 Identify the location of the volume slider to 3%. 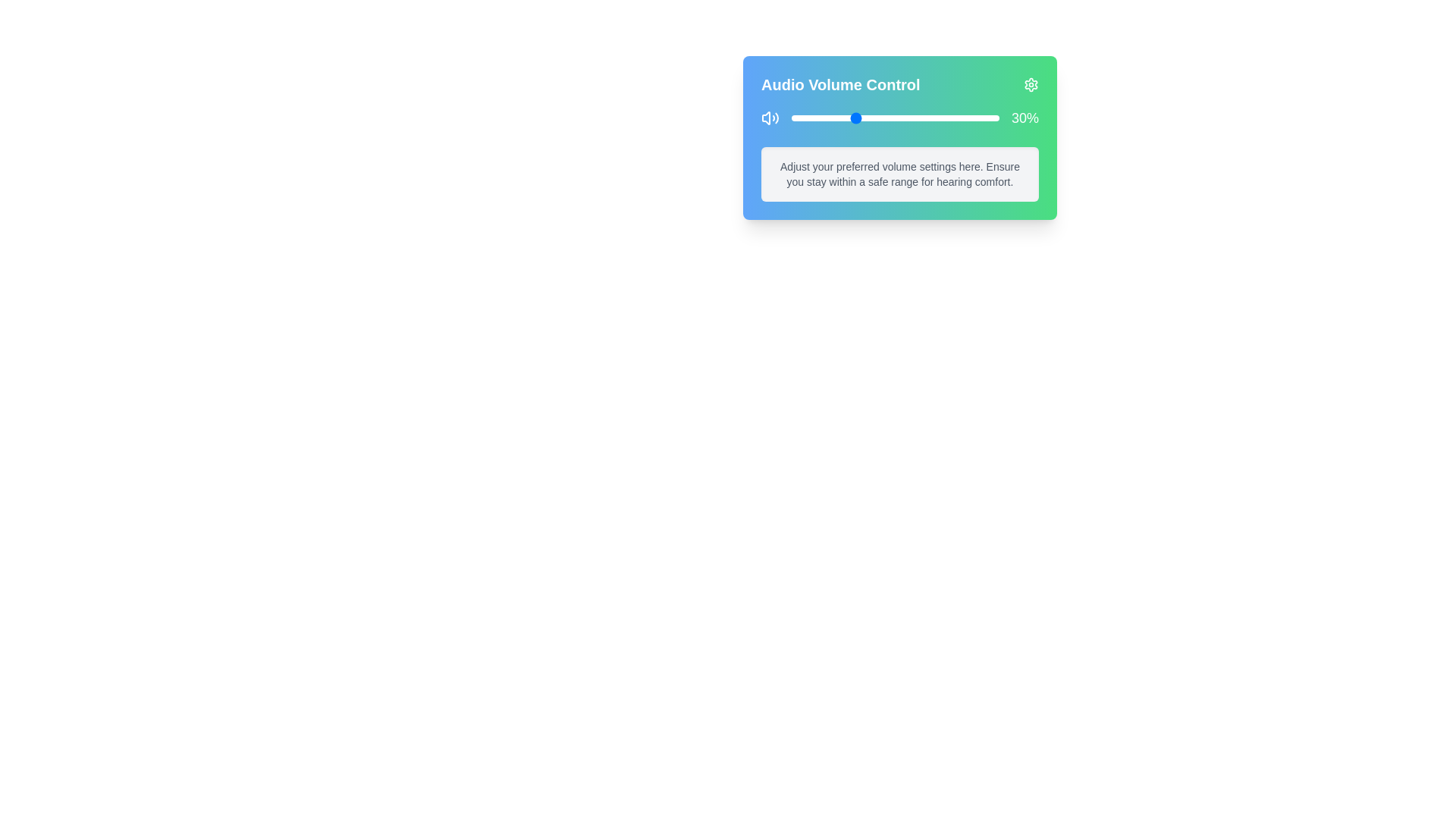
(797, 117).